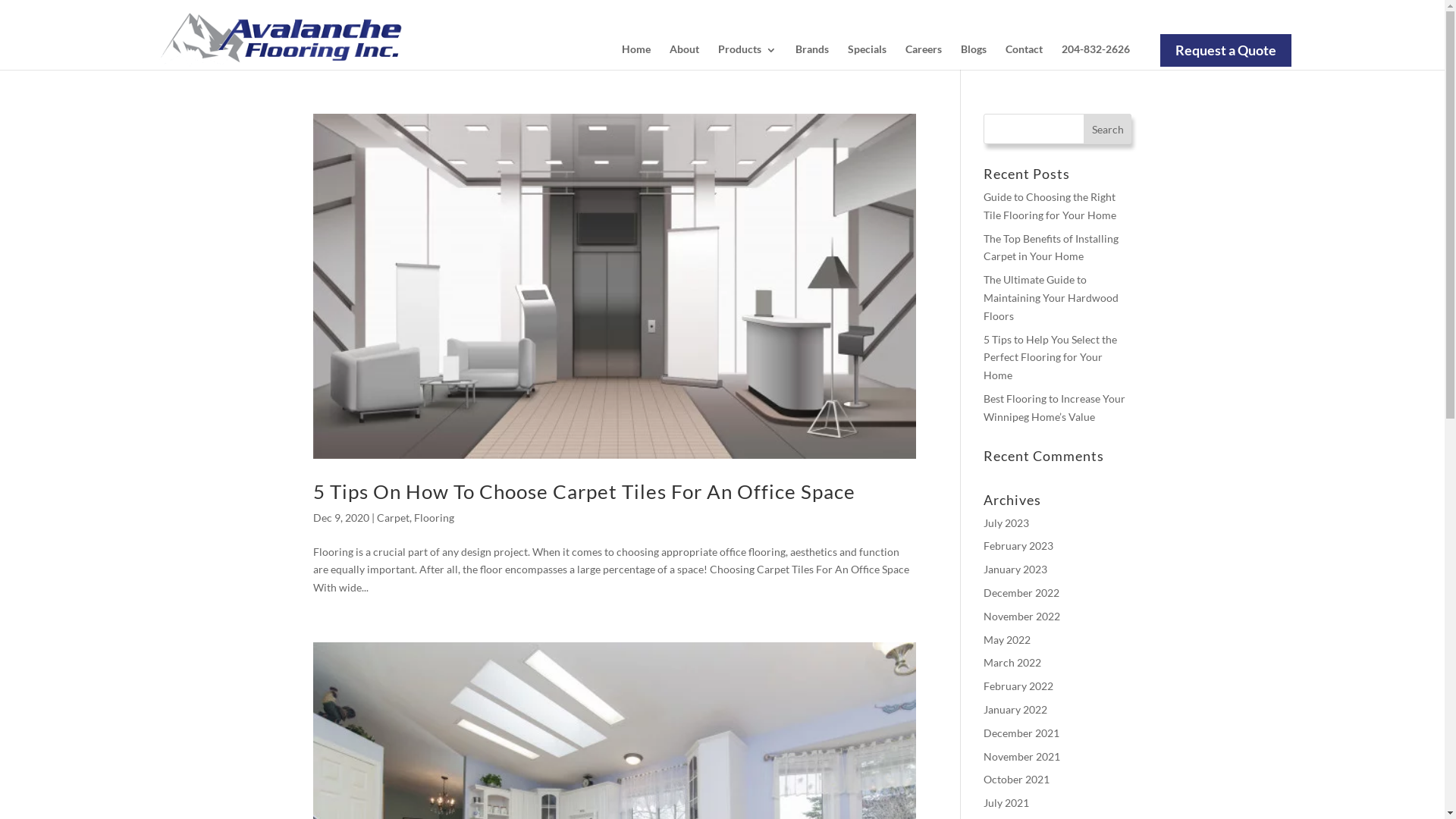 This screenshot has height=819, width=1456. I want to click on 'The Ultimate Guide to Maintaining Your Hardwood Floors', so click(1050, 297).